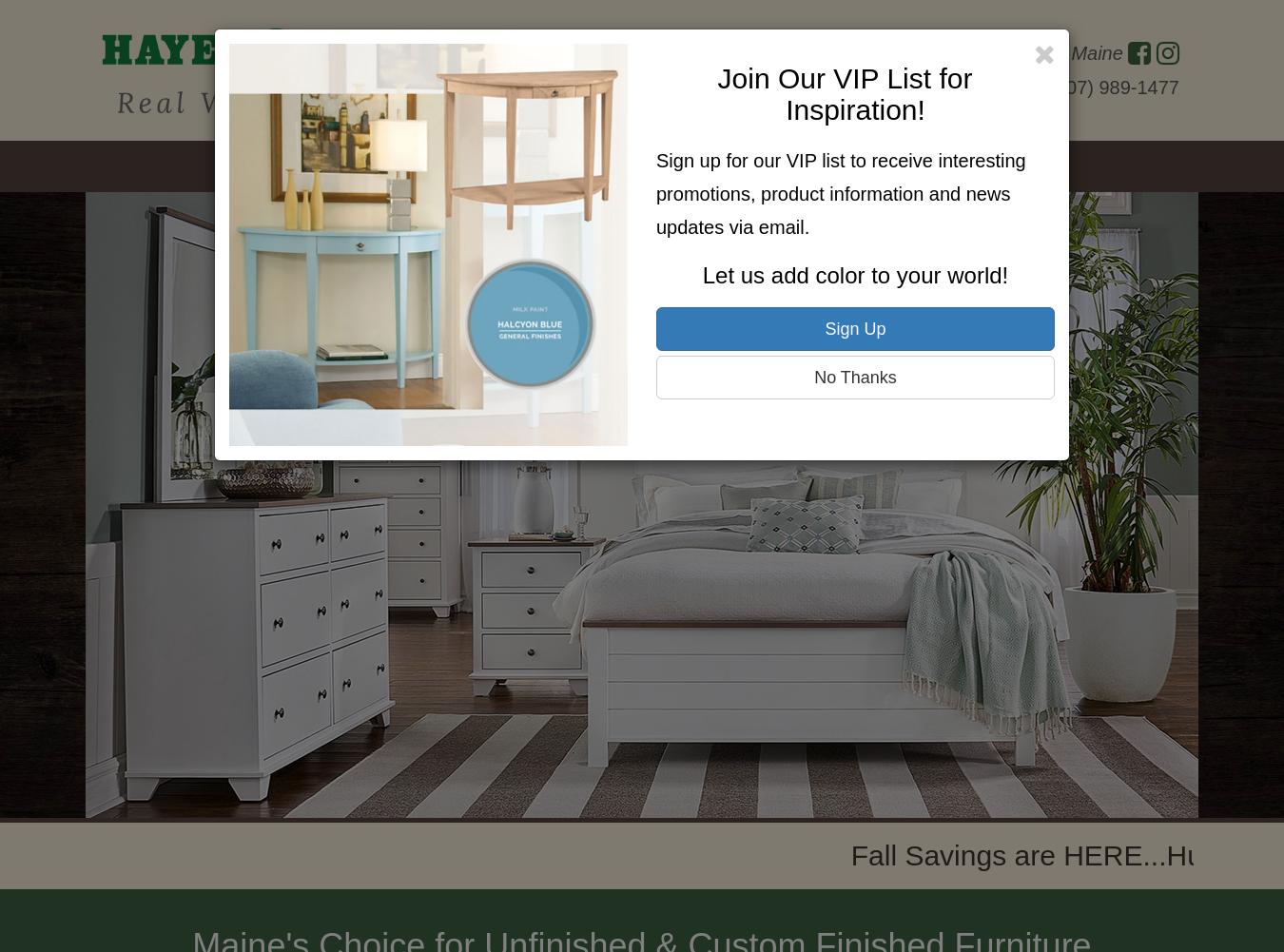 This screenshot has width=1284, height=952. What do you see at coordinates (265, 166) in the screenshot?
I see `'Home'` at bounding box center [265, 166].